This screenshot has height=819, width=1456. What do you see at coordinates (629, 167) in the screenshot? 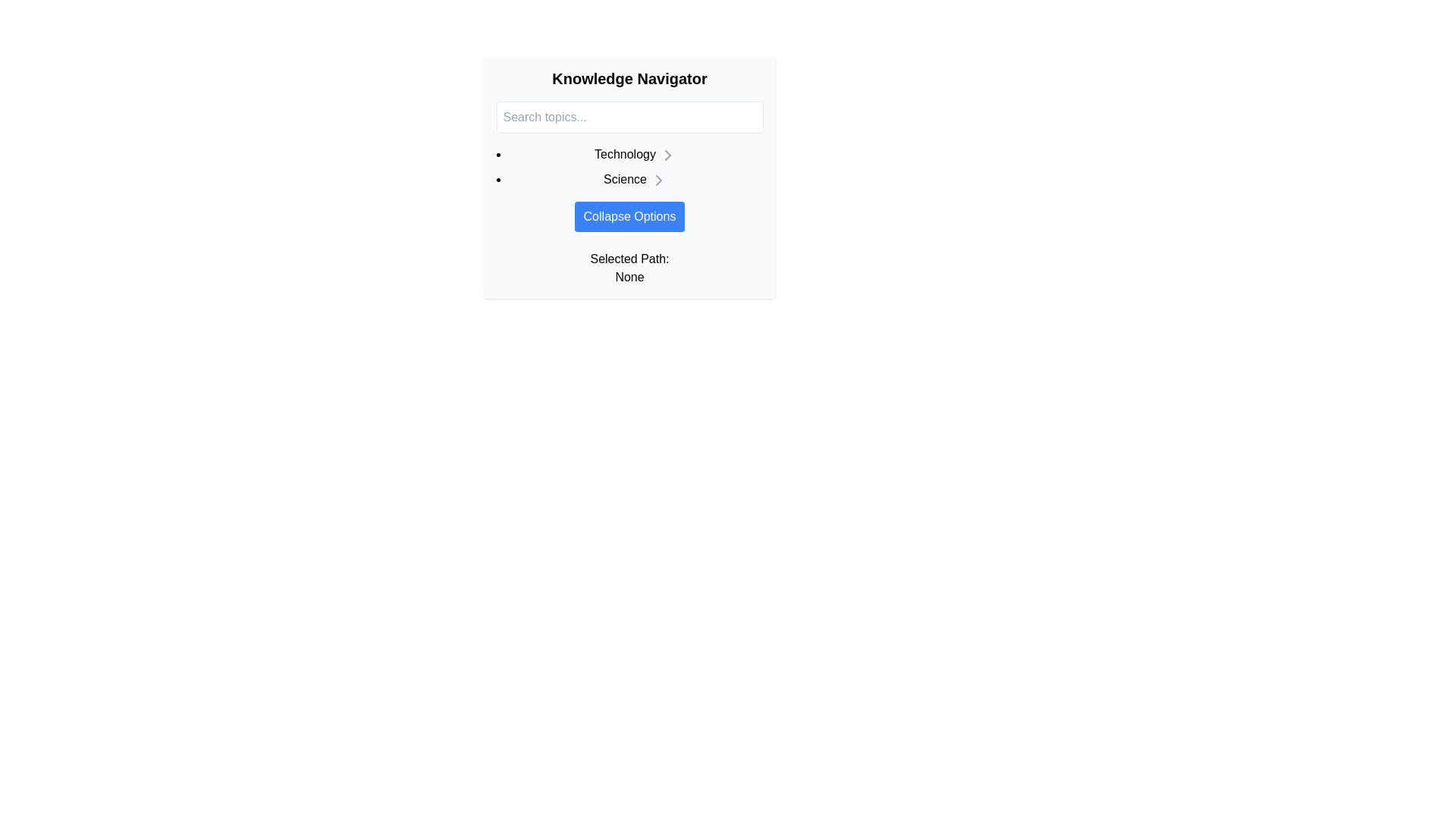
I see `the 'Technology' entry in the navigational menu located below the search bar and above the 'Collapse Options' button within the 'Knowledge Navigator' section` at bounding box center [629, 167].